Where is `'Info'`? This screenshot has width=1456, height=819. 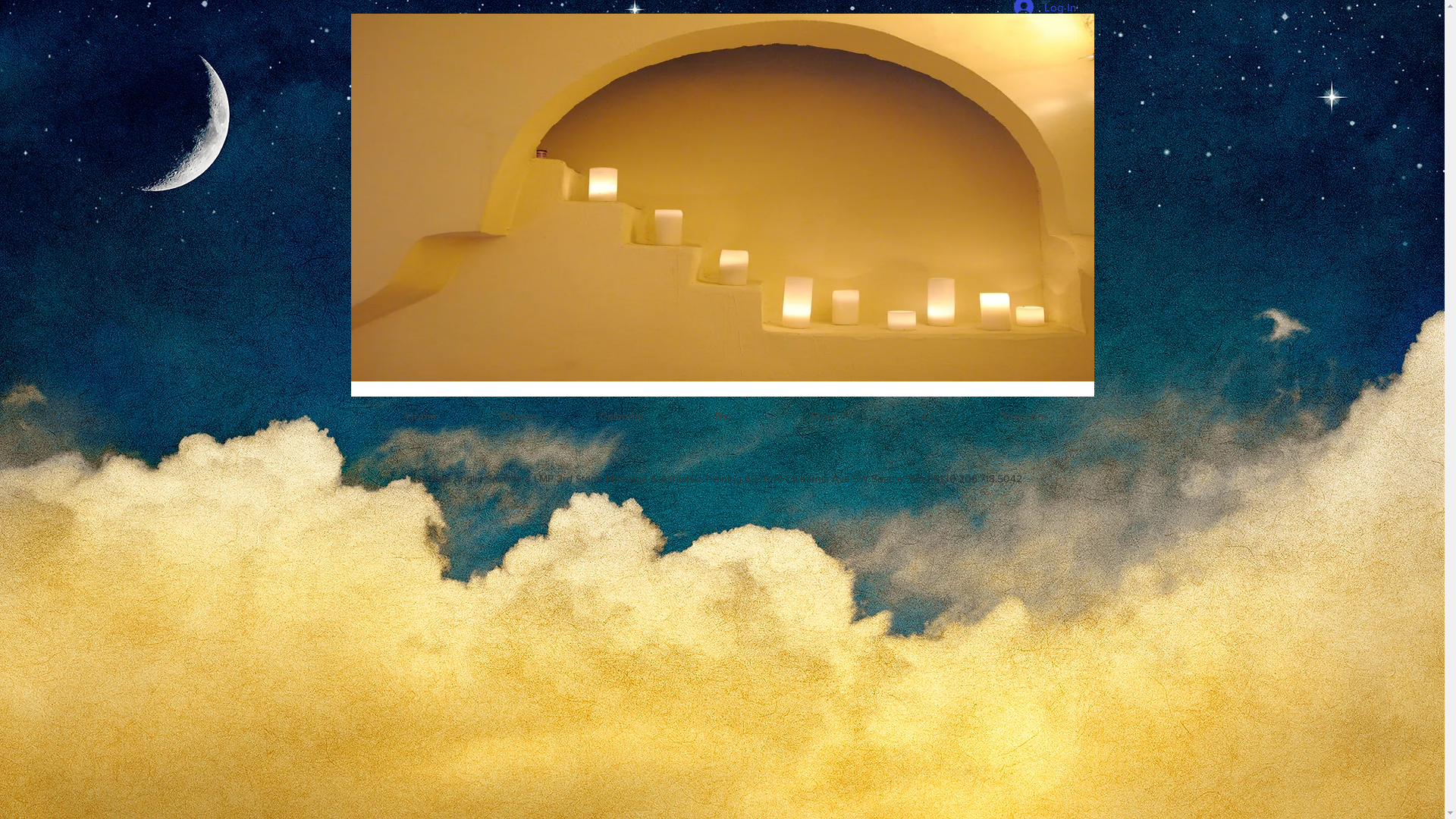 'Info' is located at coordinates (924, 415).